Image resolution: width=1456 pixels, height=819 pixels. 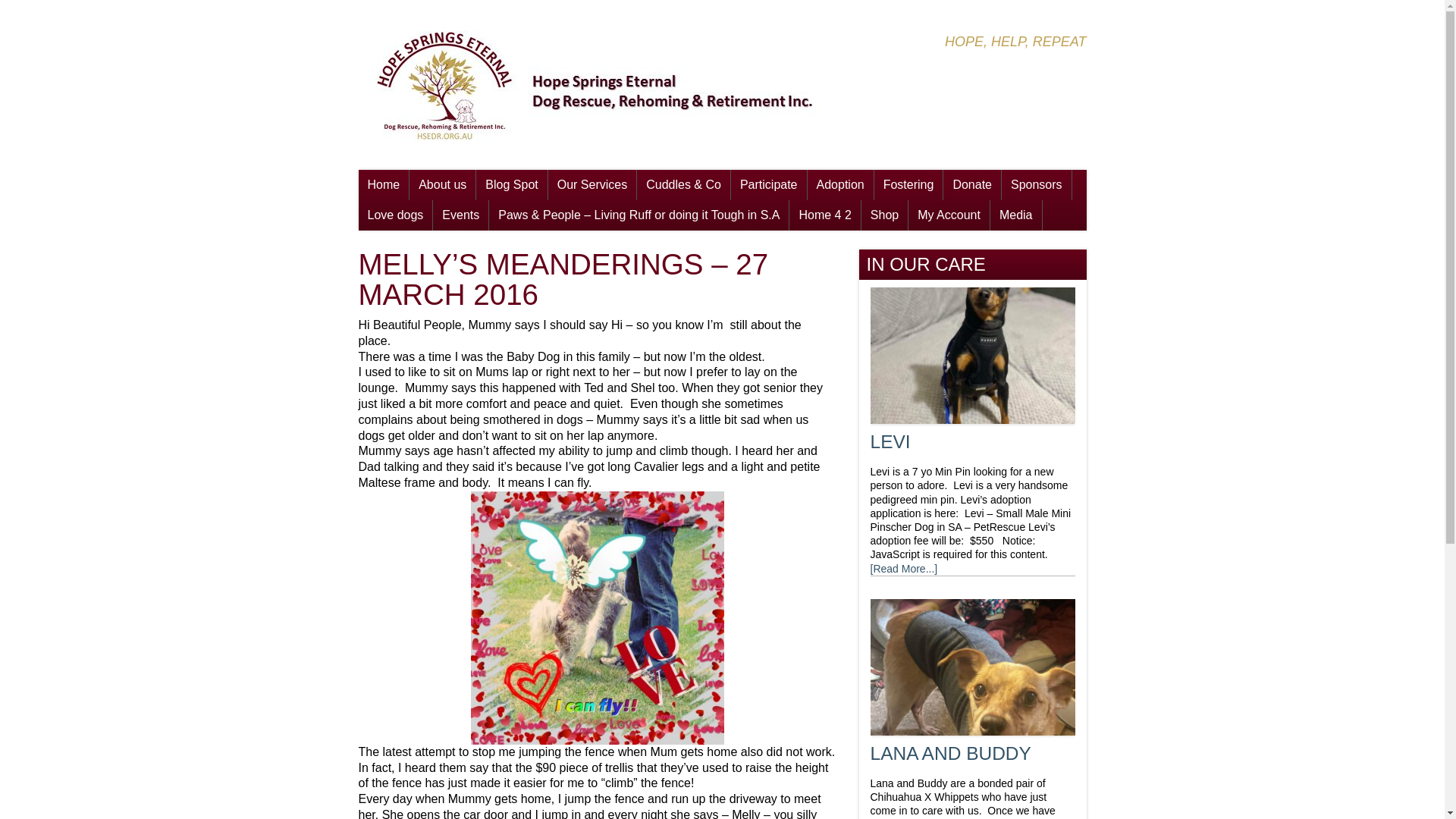 What do you see at coordinates (441, 184) in the screenshot?
I see `'About us'` at bounding box center [441, 184].